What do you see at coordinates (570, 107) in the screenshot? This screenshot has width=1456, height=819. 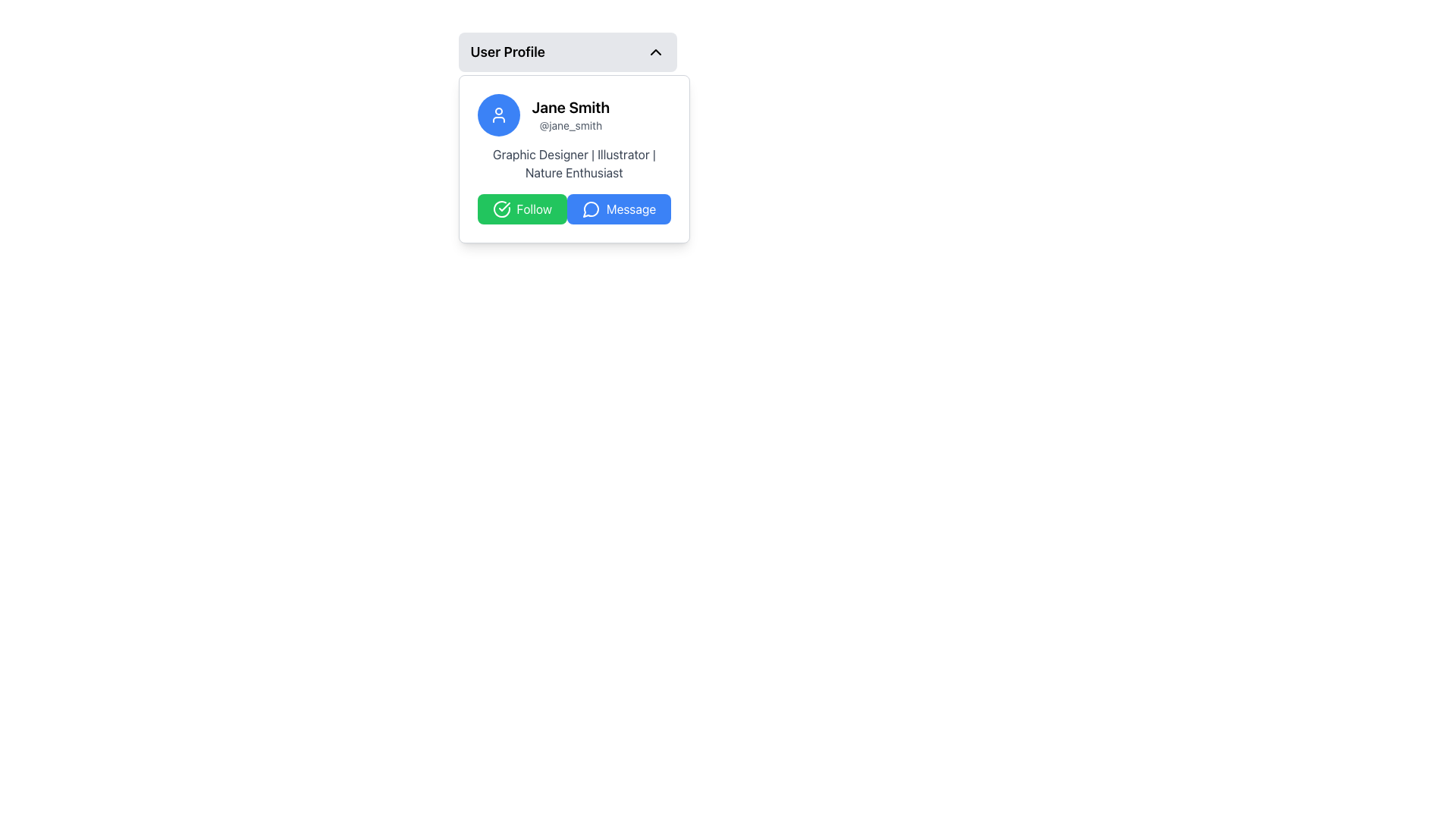 I see `name 'Jane Smith' displayed prominently in bold at the top of the card layout, above the username '@jane_smith'` at bounding box center [570, 107].